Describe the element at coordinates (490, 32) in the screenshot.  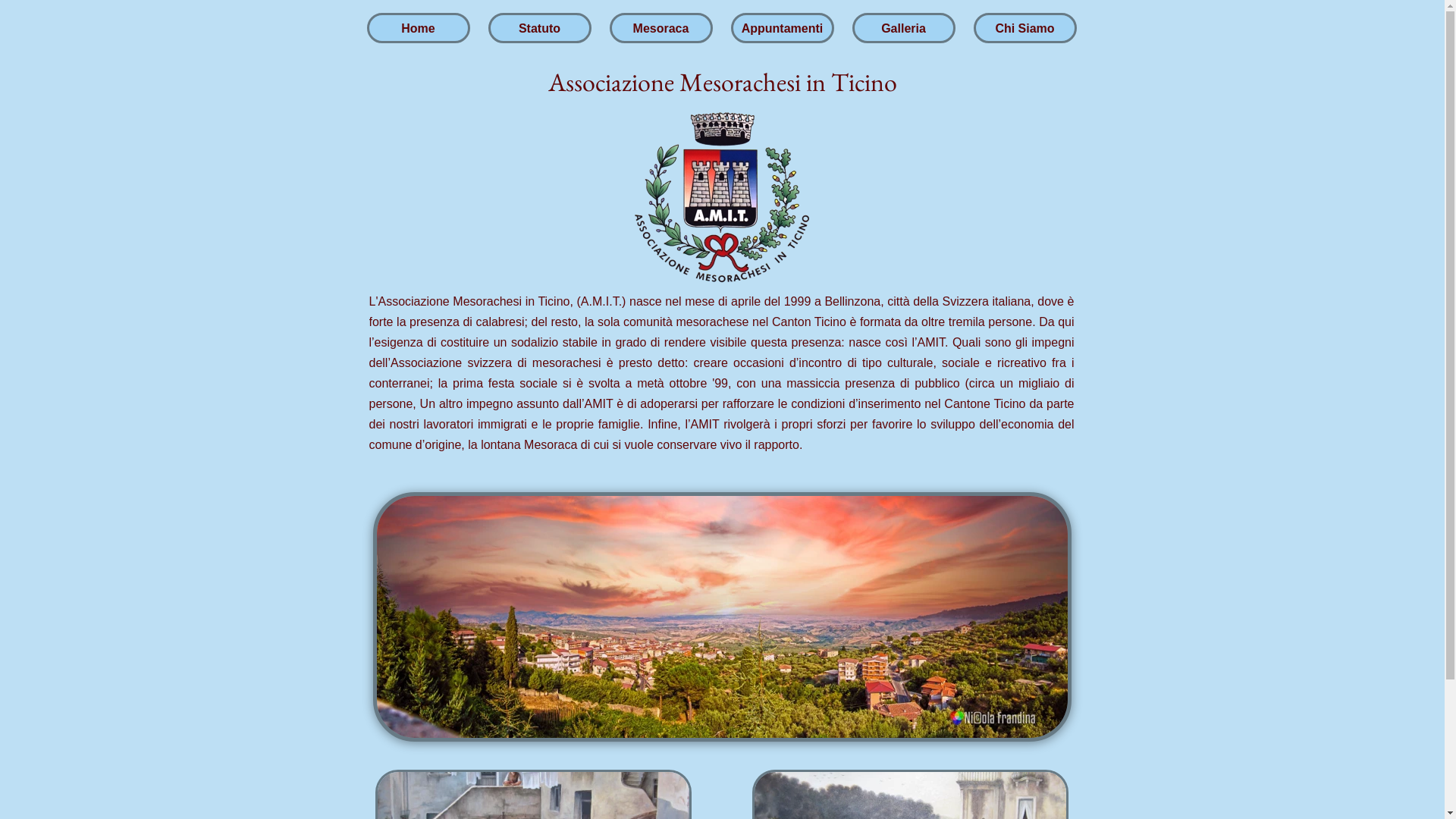
I see `'Statuto'` at that location.